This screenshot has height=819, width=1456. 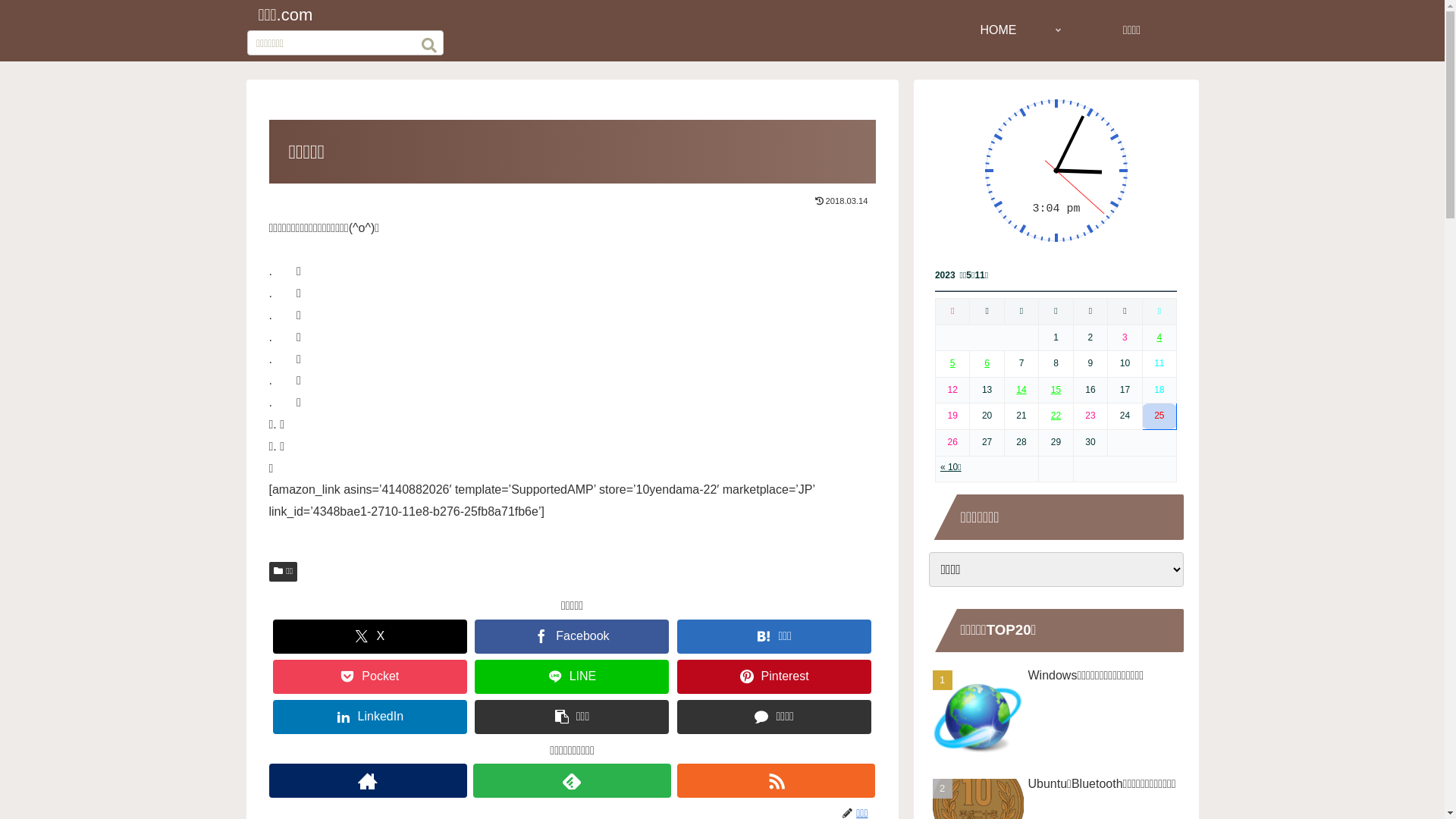 What do you see at coordinates (570, 636) in the screenshot?
I see `'Facebook'` at bounding box center [570, 636].